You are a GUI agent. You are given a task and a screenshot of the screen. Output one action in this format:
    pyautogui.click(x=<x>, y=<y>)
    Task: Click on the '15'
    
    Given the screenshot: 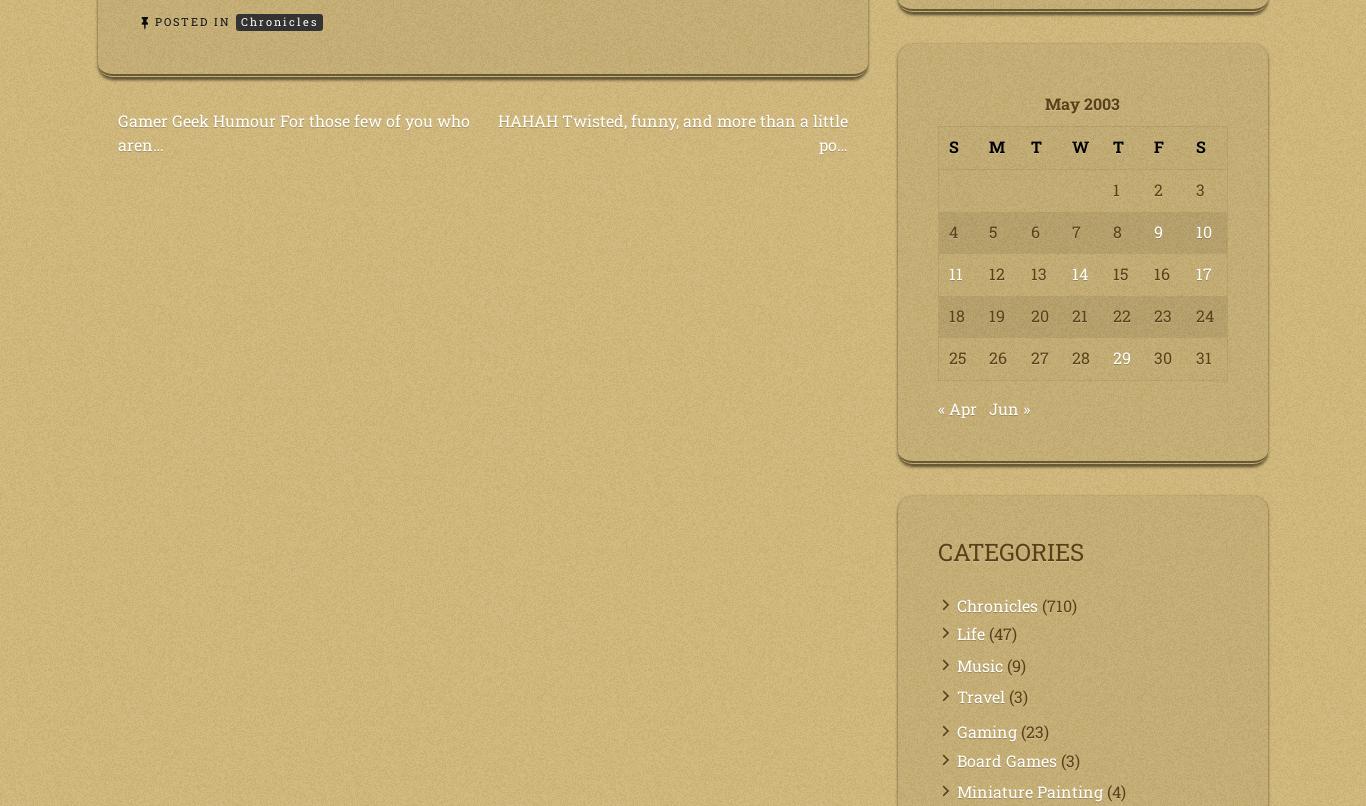 What is the action you would take?
    pyautogui.click(x=1119, y=272)
    